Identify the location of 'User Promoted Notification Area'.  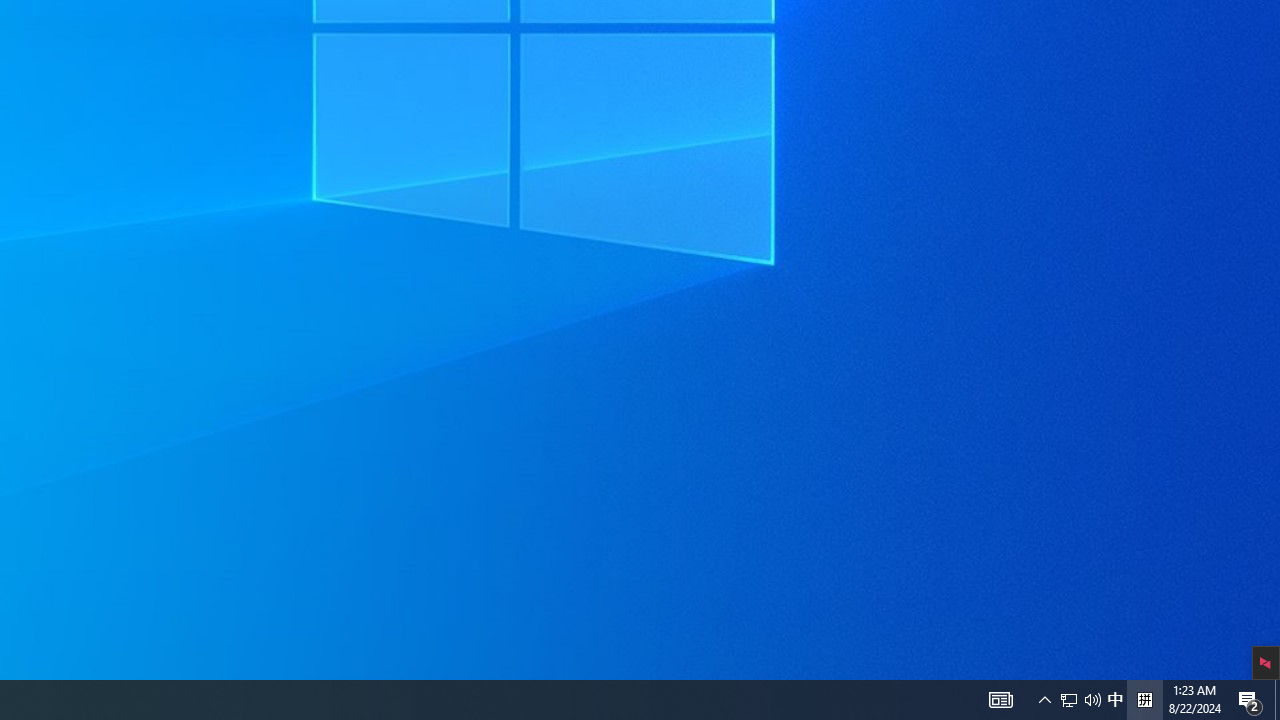
(1114, 698).